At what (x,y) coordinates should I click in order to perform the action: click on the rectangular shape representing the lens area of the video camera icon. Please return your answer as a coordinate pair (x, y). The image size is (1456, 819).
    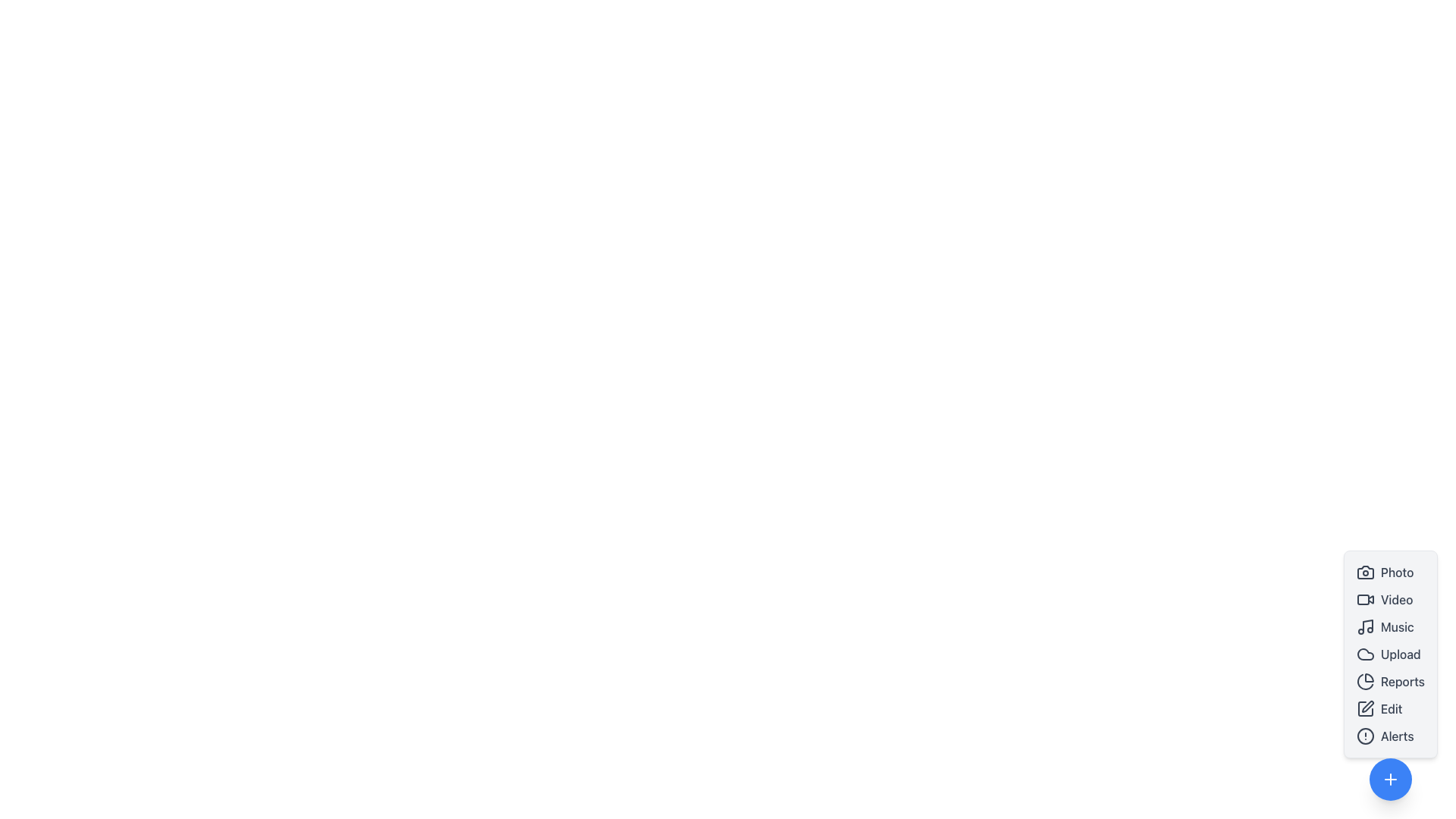
    Looking at the image, I should click on (1363, 598).